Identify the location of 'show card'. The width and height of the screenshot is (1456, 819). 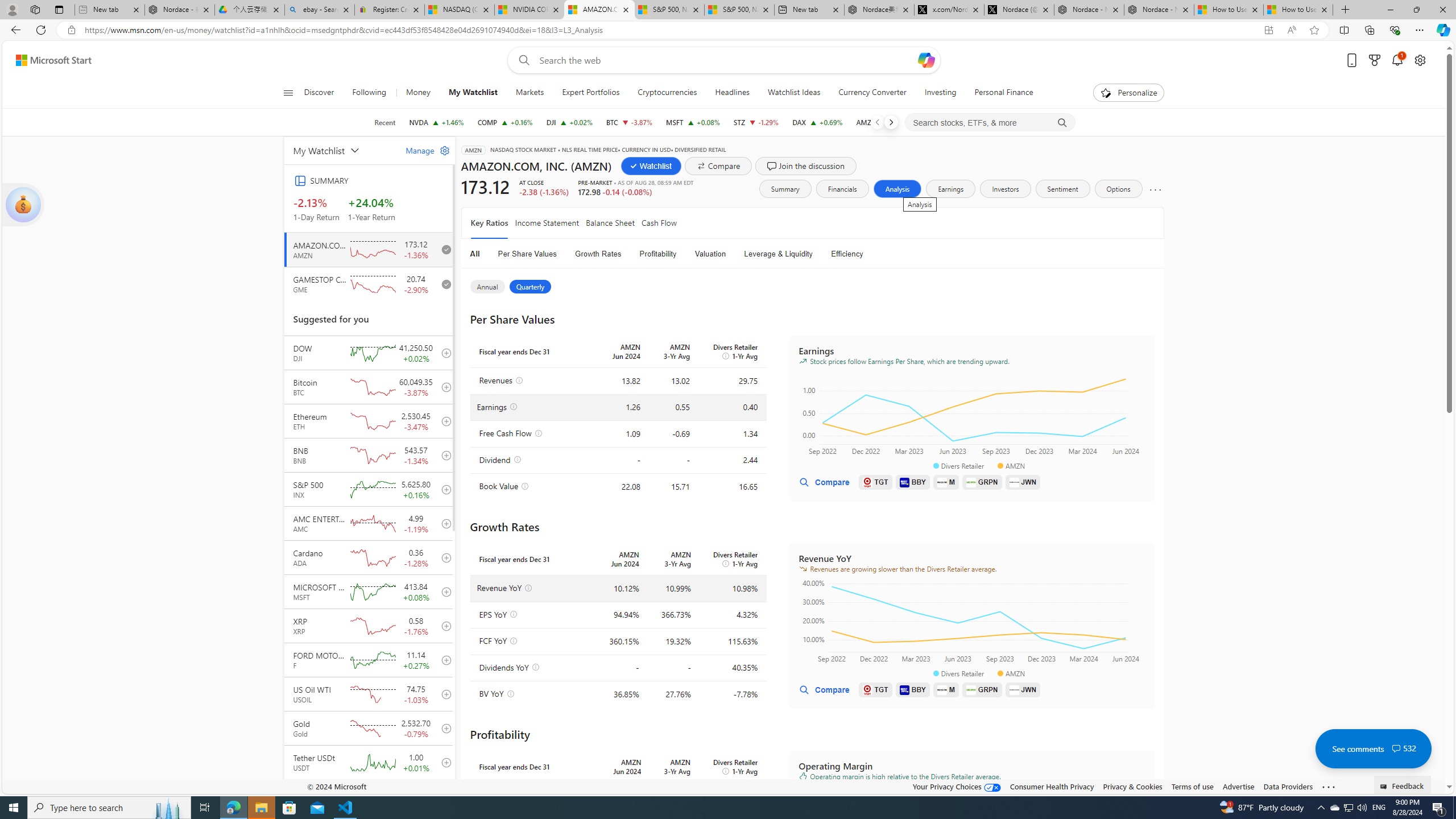
(23, 205).